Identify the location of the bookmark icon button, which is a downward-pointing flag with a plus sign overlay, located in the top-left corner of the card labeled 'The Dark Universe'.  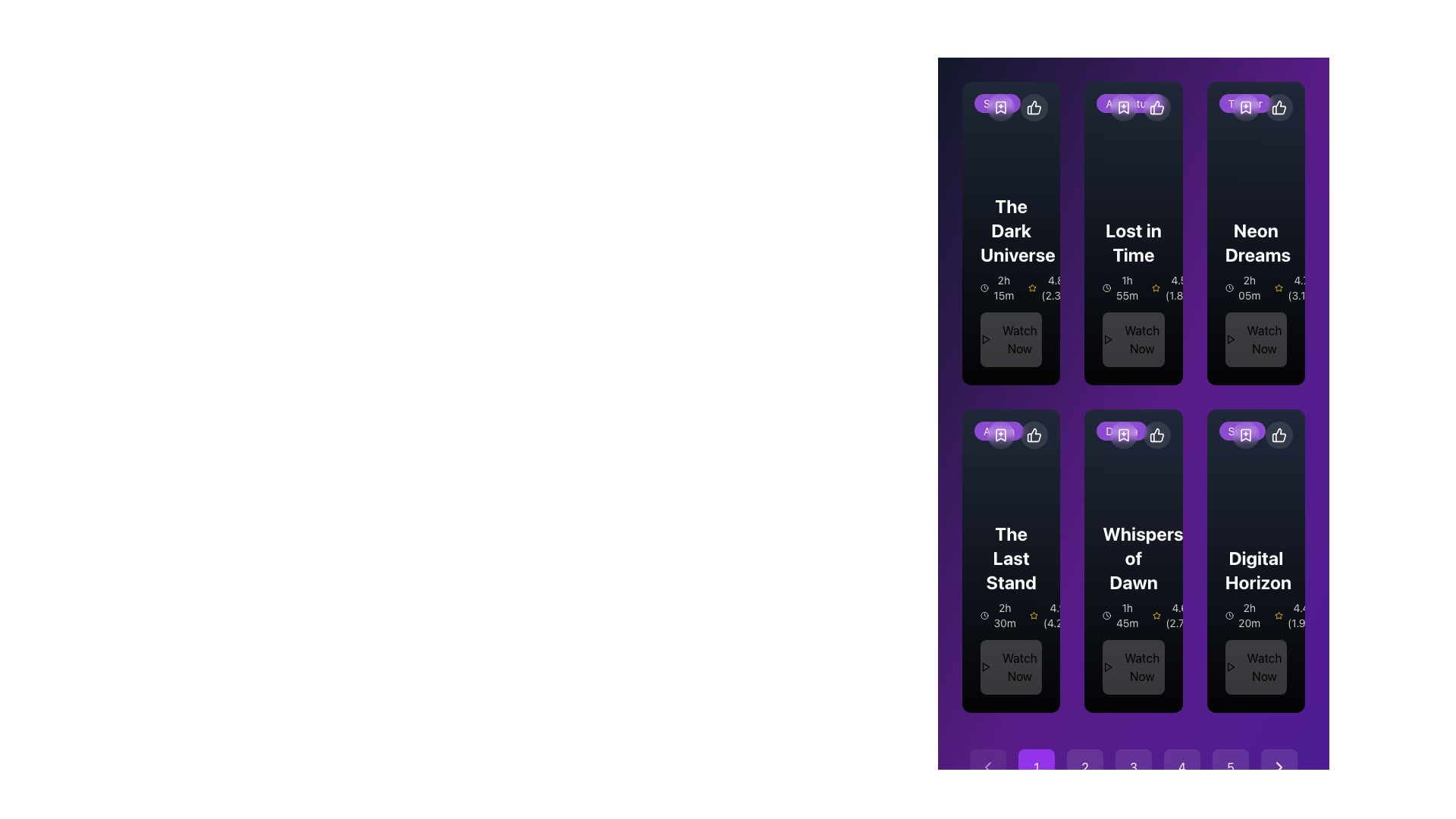
(1001, 107).